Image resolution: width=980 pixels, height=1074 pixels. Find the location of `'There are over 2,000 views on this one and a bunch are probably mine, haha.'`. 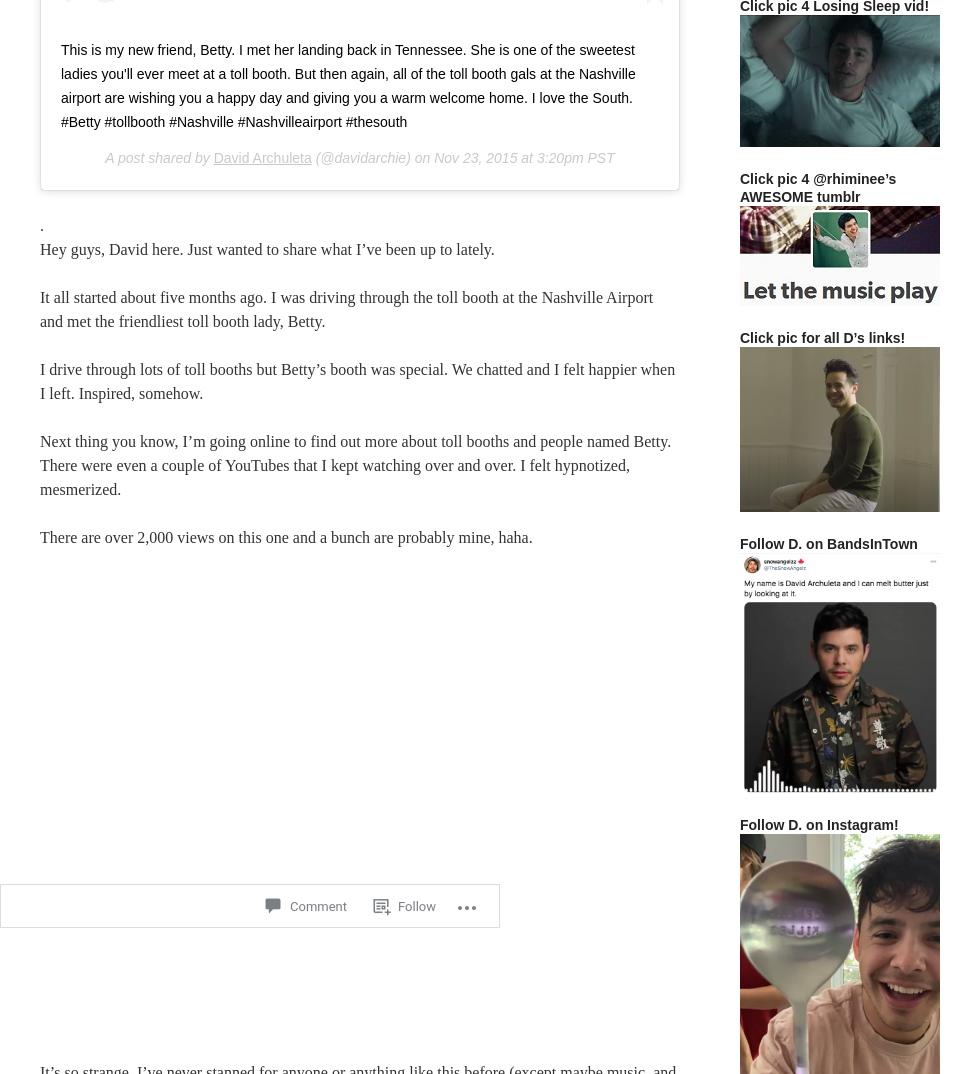

'There are over 2,000 views on this one and a bunch are probably mine, haha.' is located at coordinates (285, 536).